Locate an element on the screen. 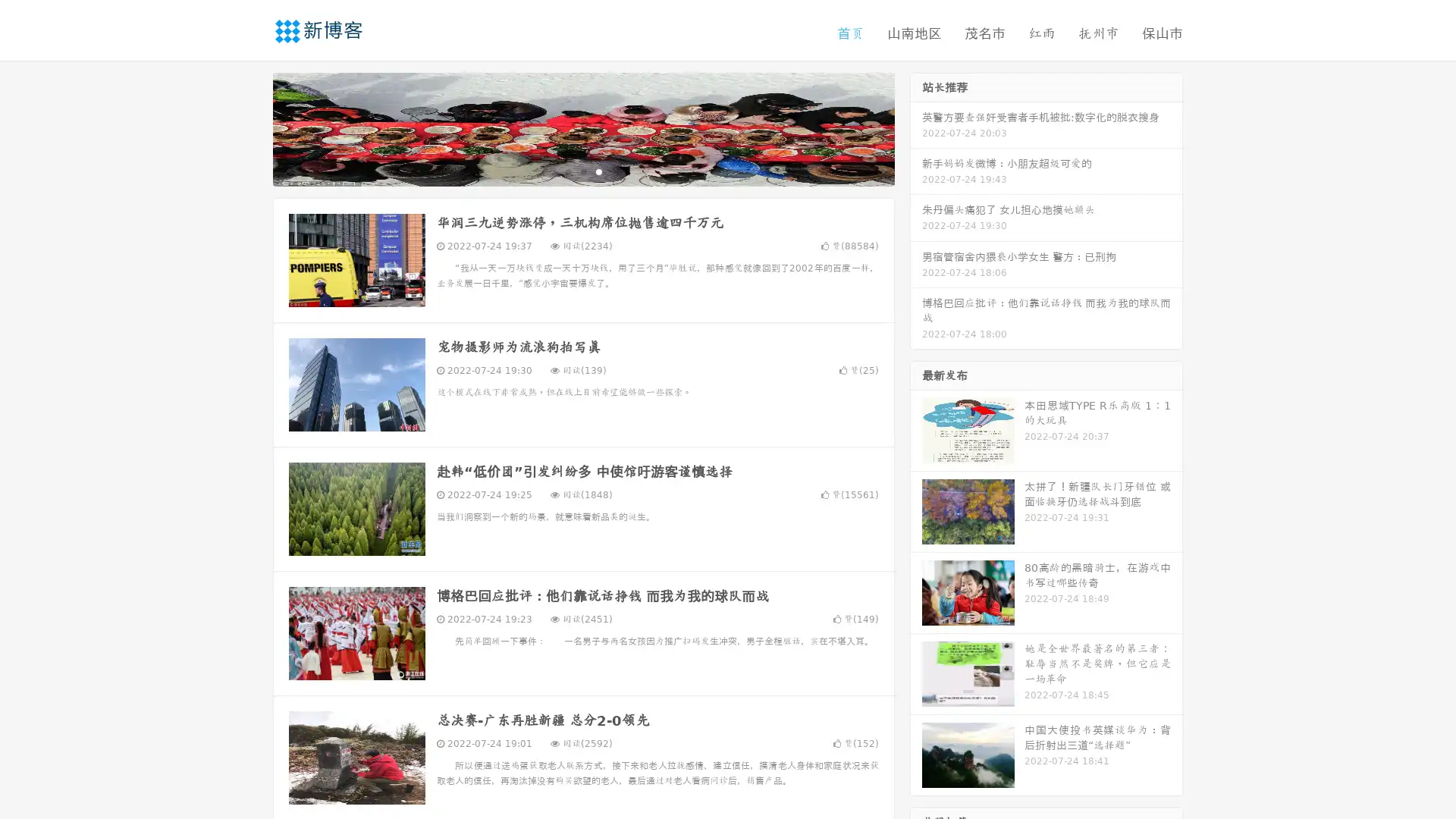  Go to slide 1 is located at coordinates (567, 171).